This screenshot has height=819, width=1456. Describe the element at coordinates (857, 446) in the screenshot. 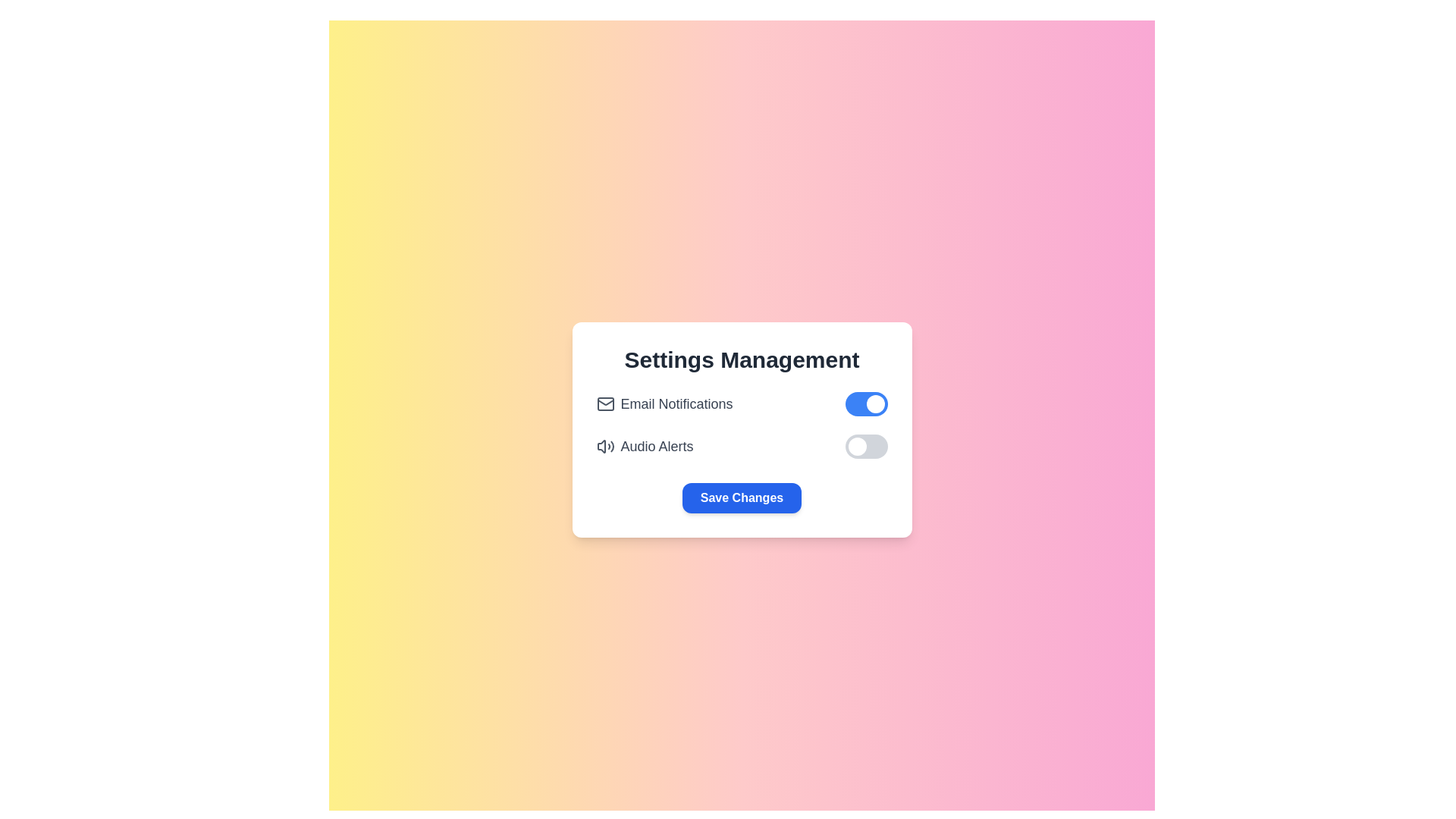

I see `the toggle knob of the 'Audio Alerts' switch` at that location.